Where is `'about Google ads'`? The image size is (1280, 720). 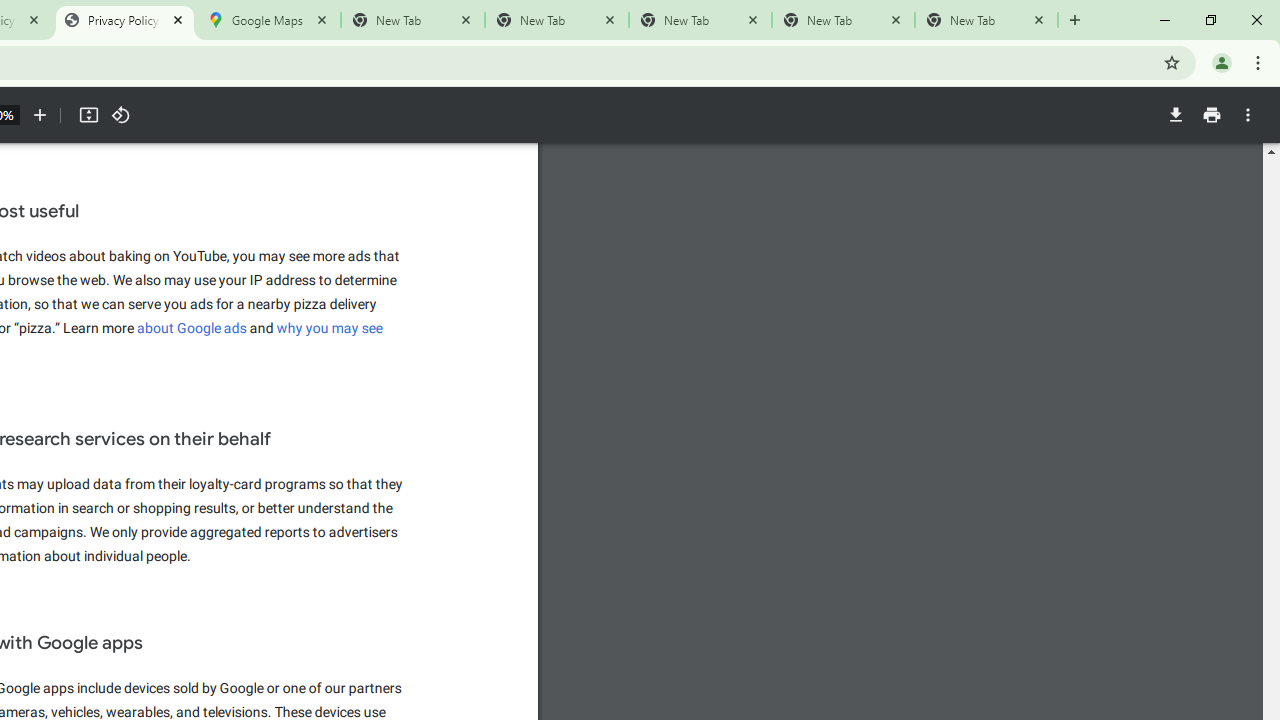 'about Google ads' is located at coordinates (192, 327).